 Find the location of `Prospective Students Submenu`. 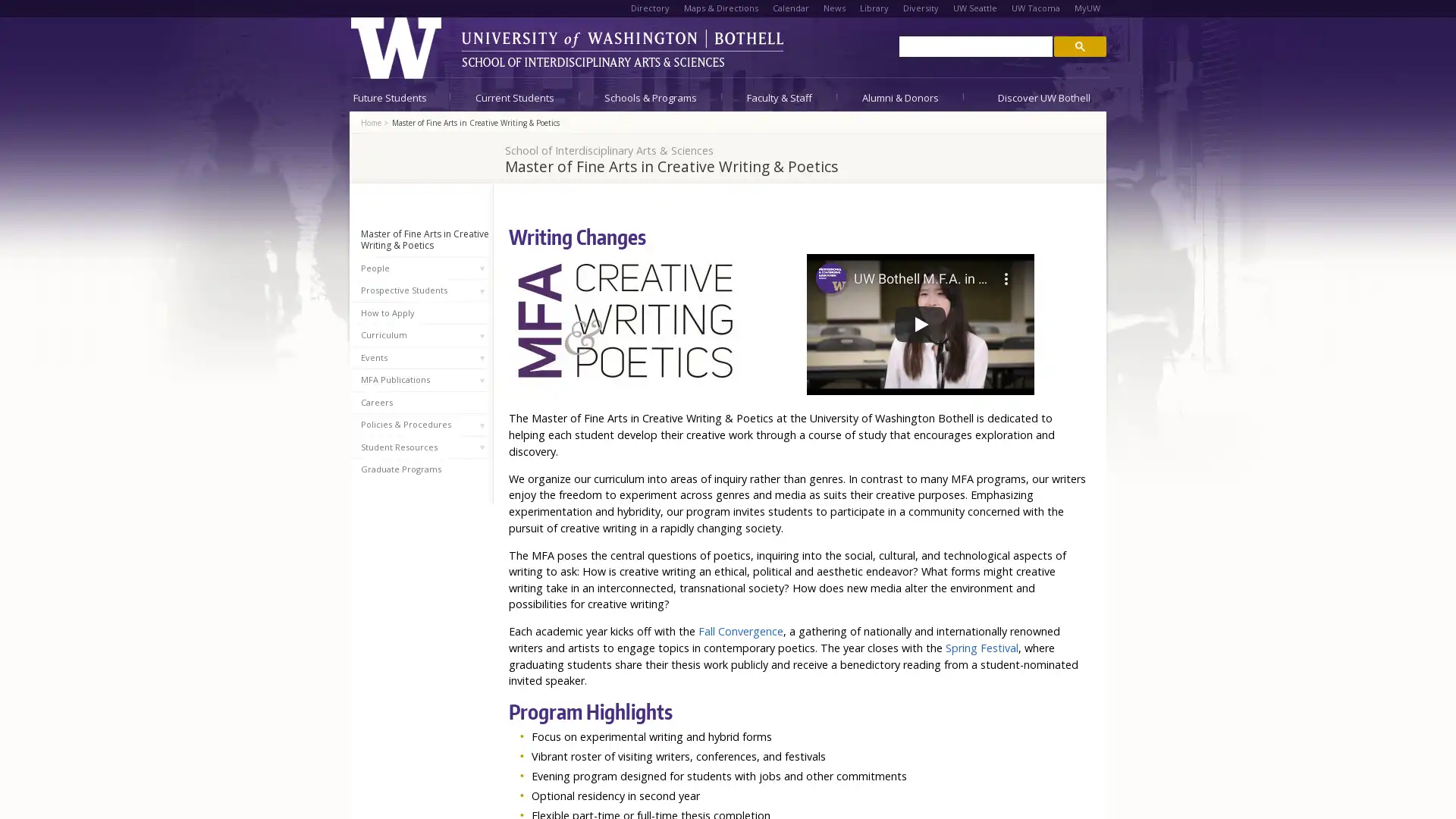

Prospective Students Submenu is located at coordinates (482, 291).